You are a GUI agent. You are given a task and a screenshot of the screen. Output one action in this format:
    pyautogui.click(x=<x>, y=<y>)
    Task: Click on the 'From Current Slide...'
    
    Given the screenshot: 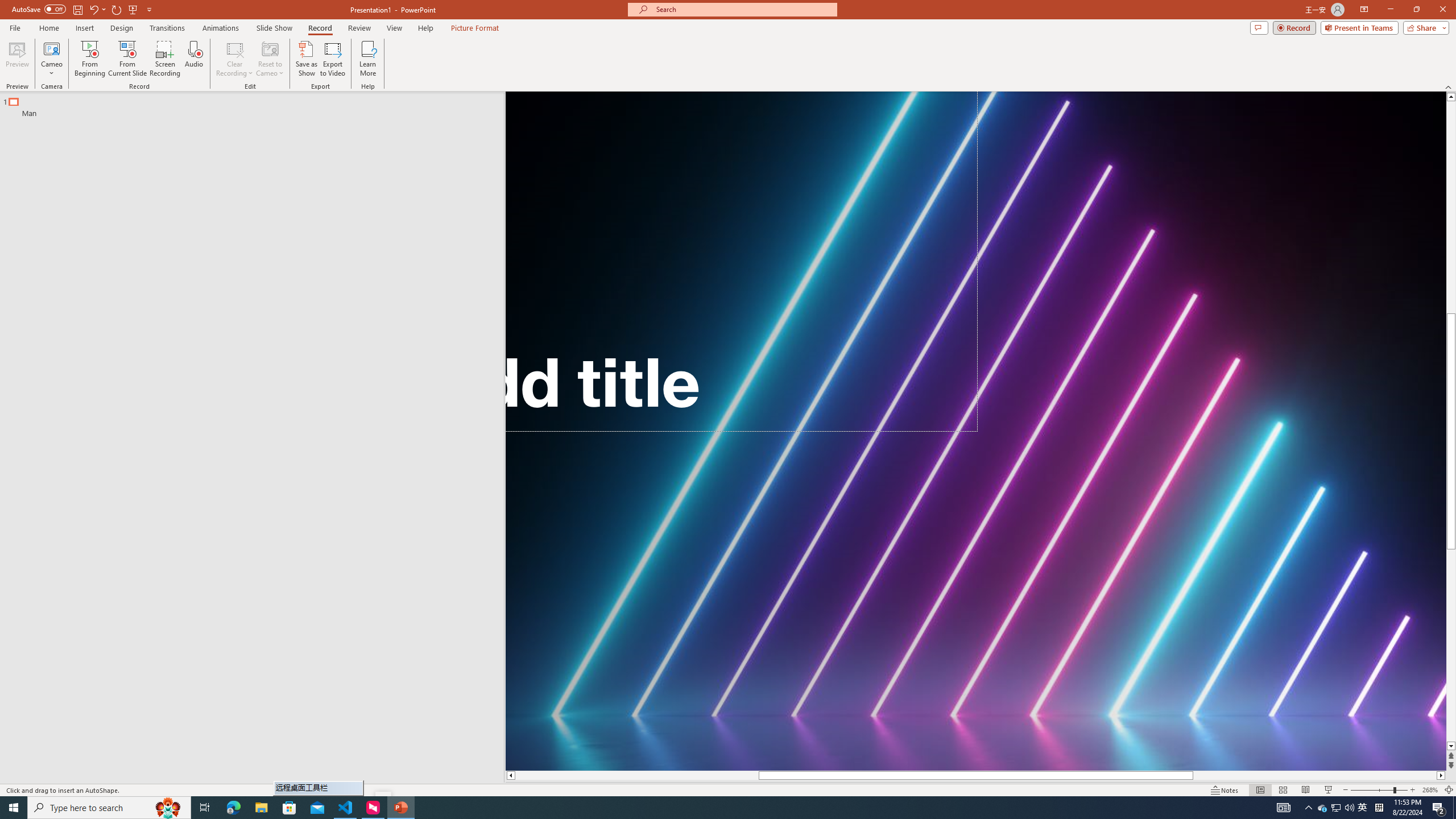 What is the action you would take?
    pyautogui.click(x=127, y=59)
    